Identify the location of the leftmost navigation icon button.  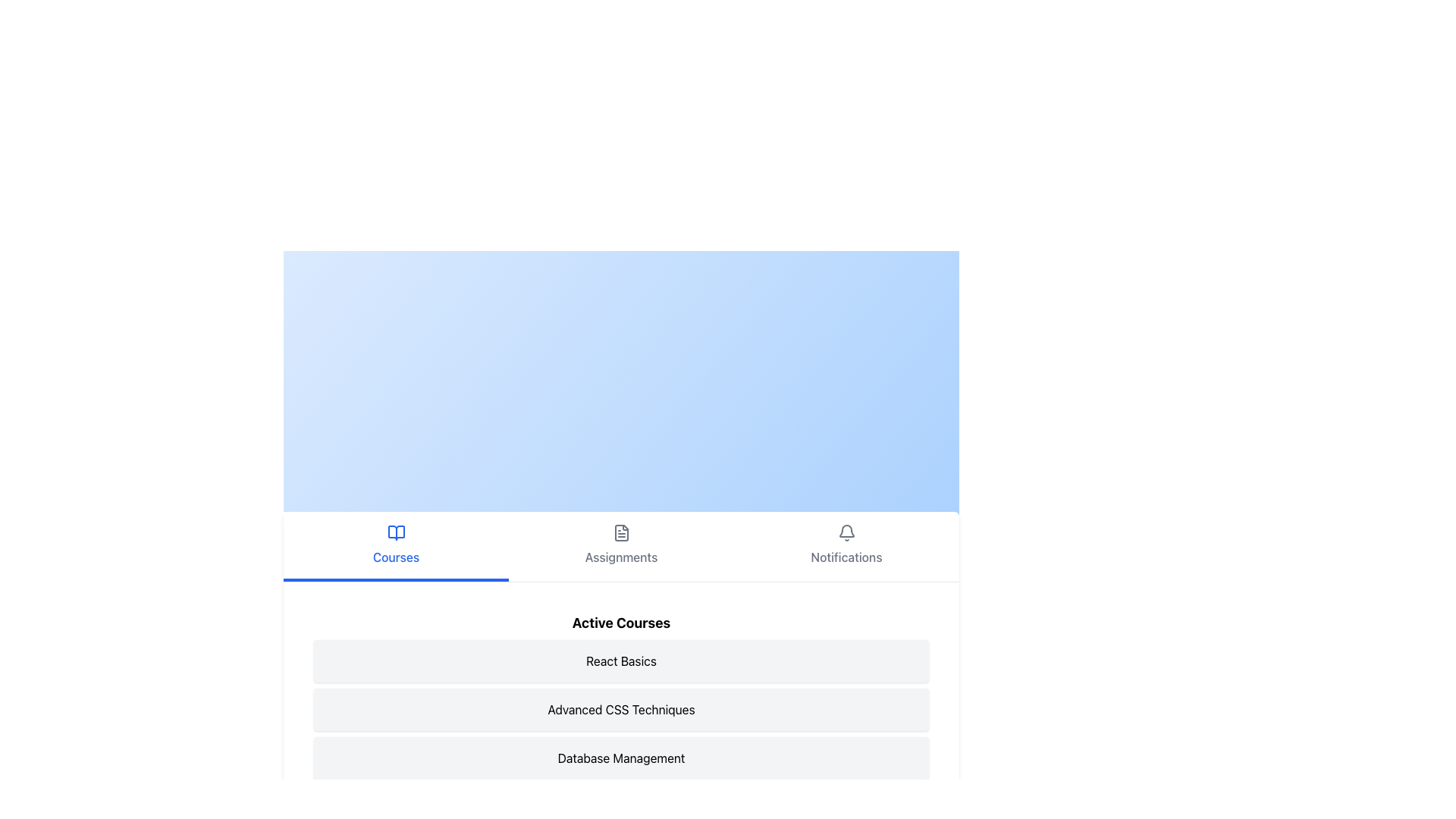
(396, 532).